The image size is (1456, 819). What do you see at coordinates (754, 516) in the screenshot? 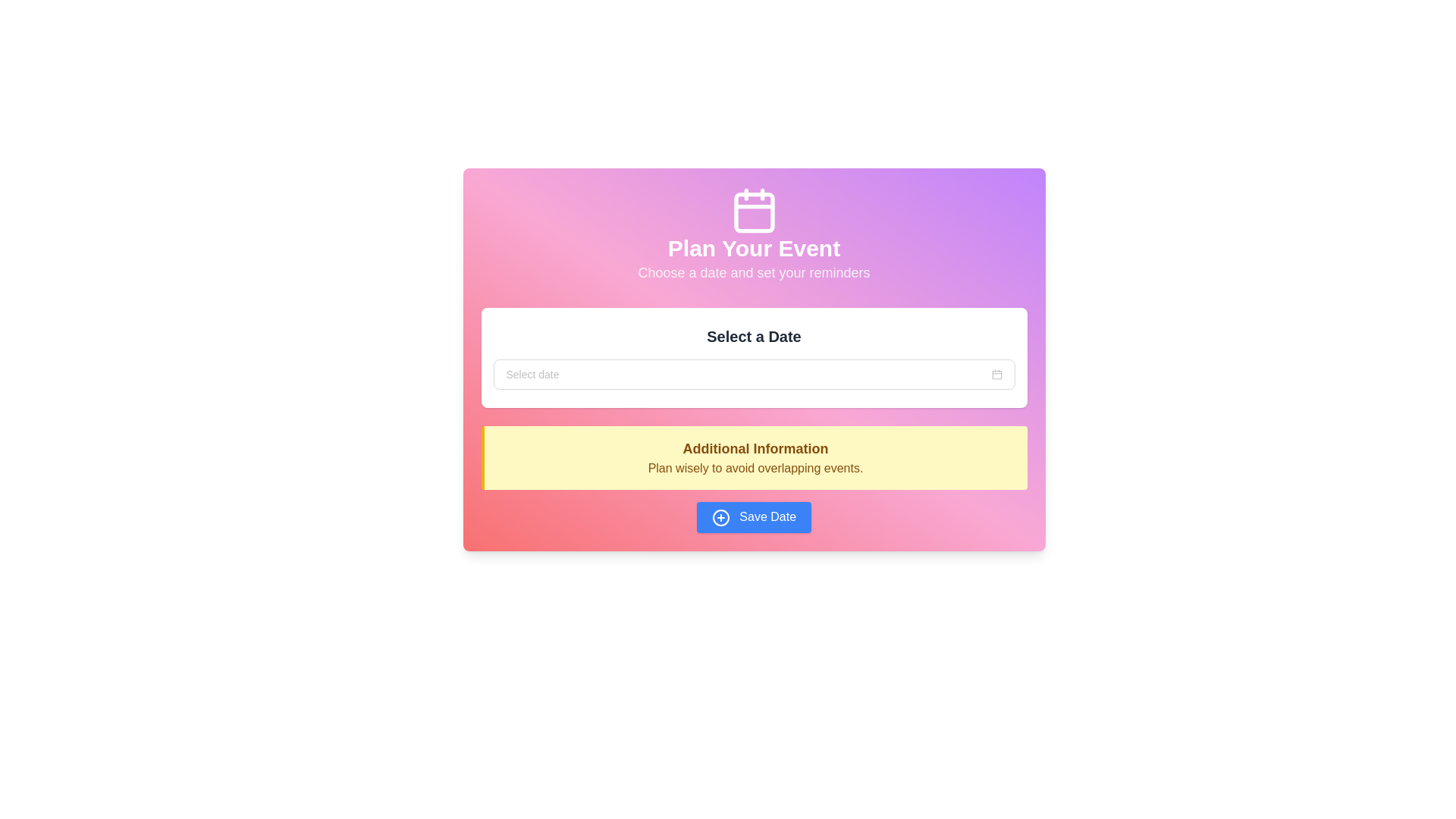
I see `the prominent blue button labeled 'Save Date' with a plus-circle icon` at bounding box center [754, 516].